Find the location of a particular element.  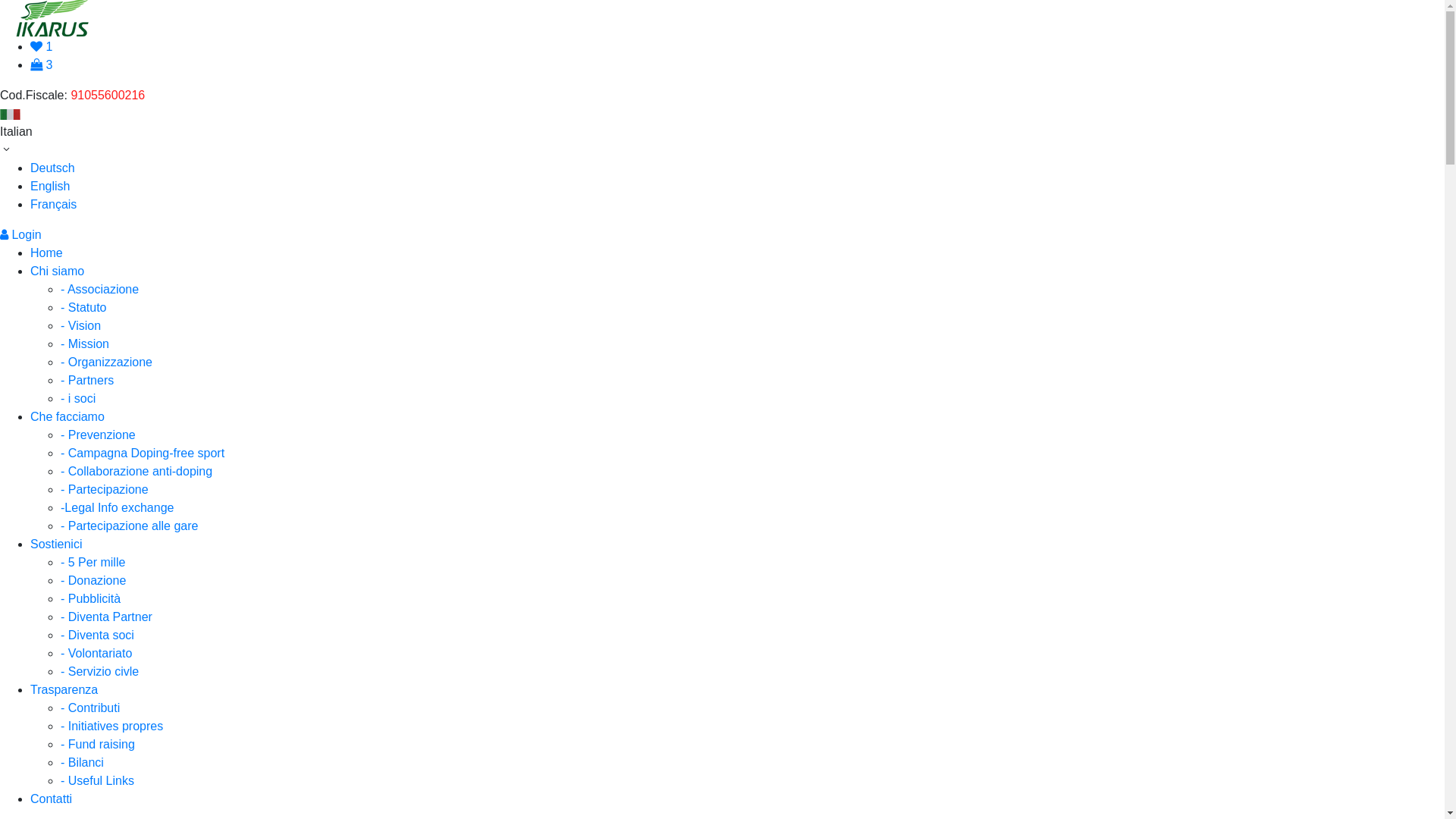

'- Volontariato' is located at coordinates (95, 652).